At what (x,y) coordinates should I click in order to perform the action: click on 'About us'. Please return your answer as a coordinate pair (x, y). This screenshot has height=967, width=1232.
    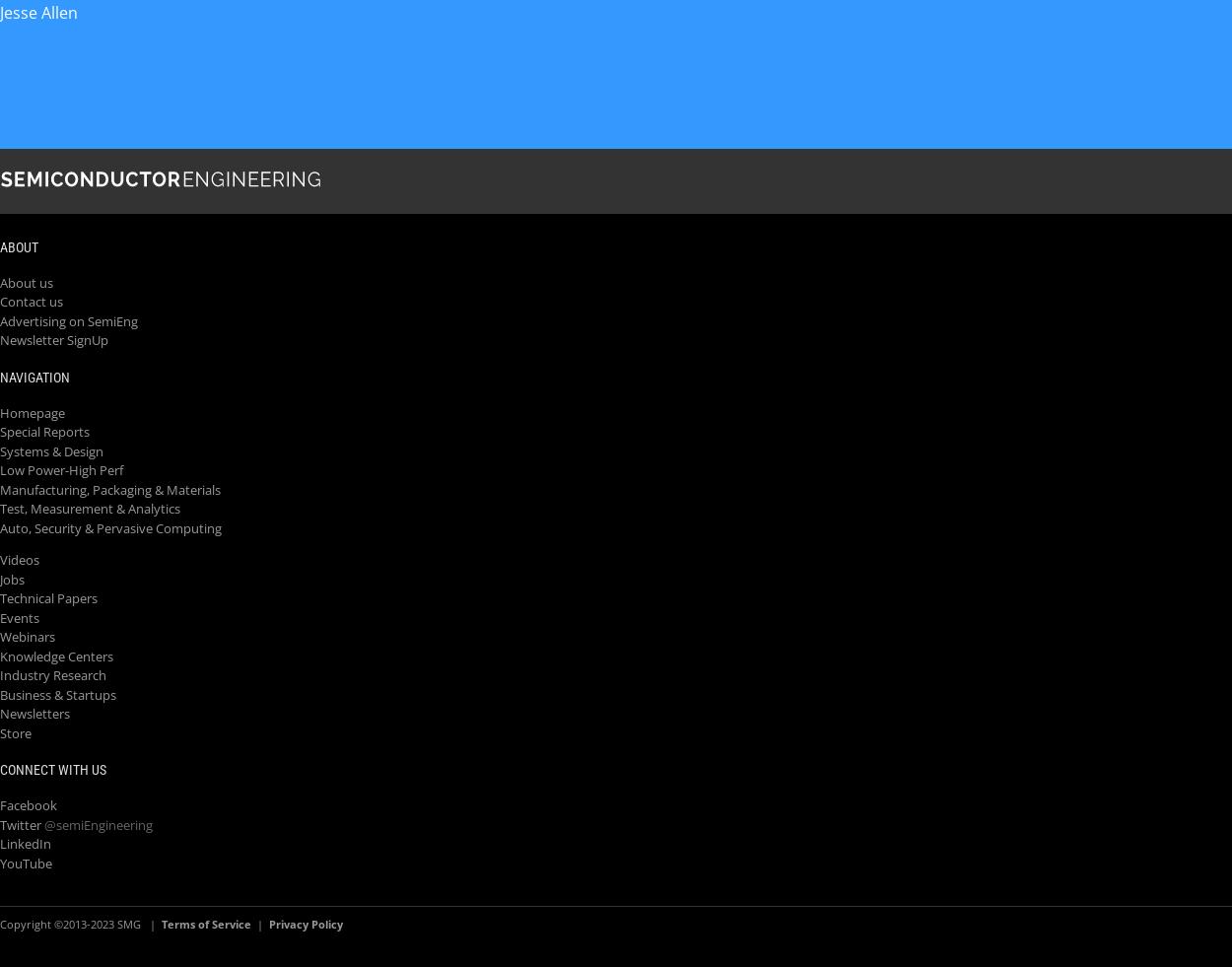
    Looking at the image, I should click on (0, 280).